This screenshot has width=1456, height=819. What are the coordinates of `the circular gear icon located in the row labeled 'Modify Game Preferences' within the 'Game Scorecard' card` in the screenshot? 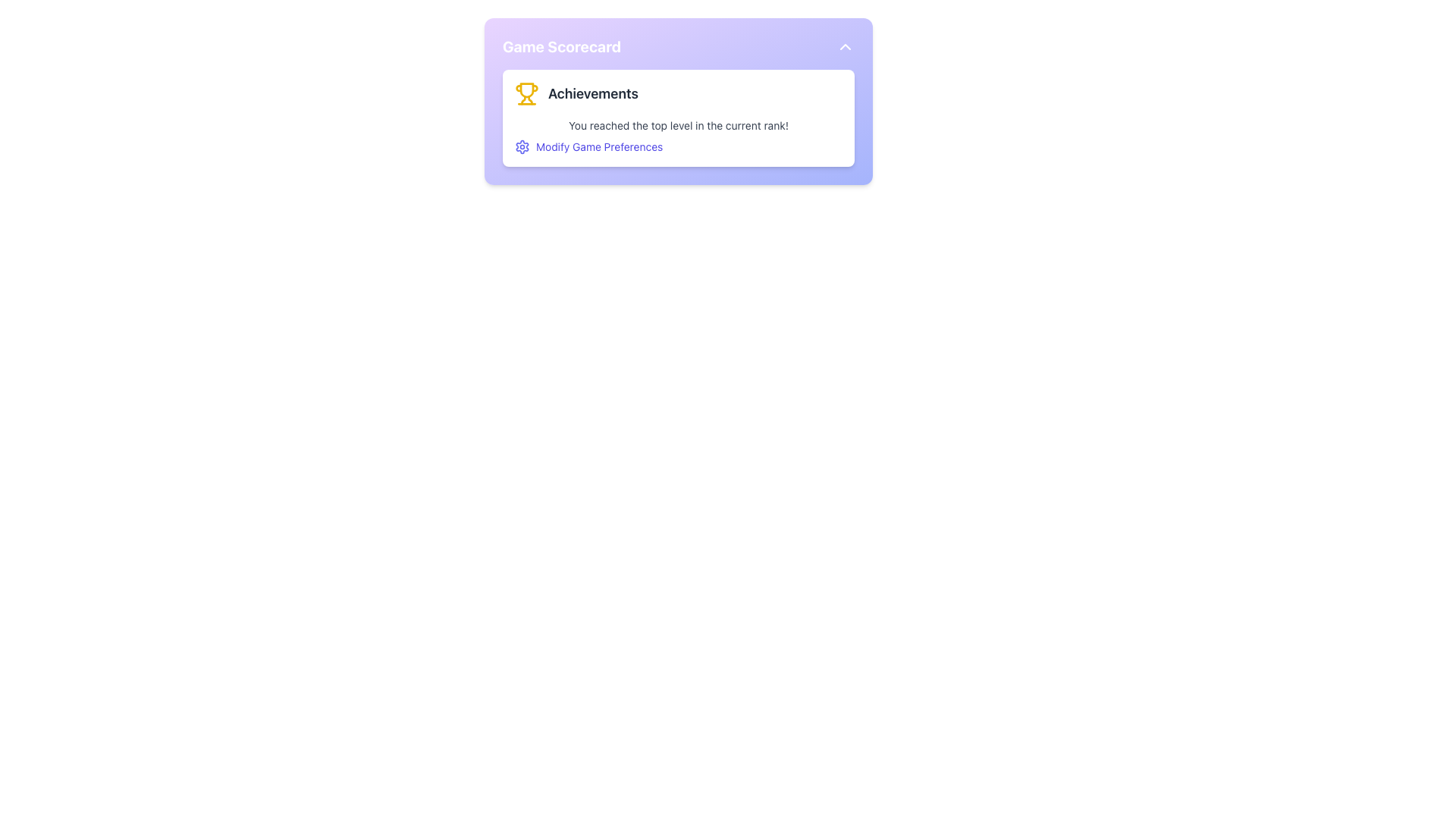 It's located at (522, 146).